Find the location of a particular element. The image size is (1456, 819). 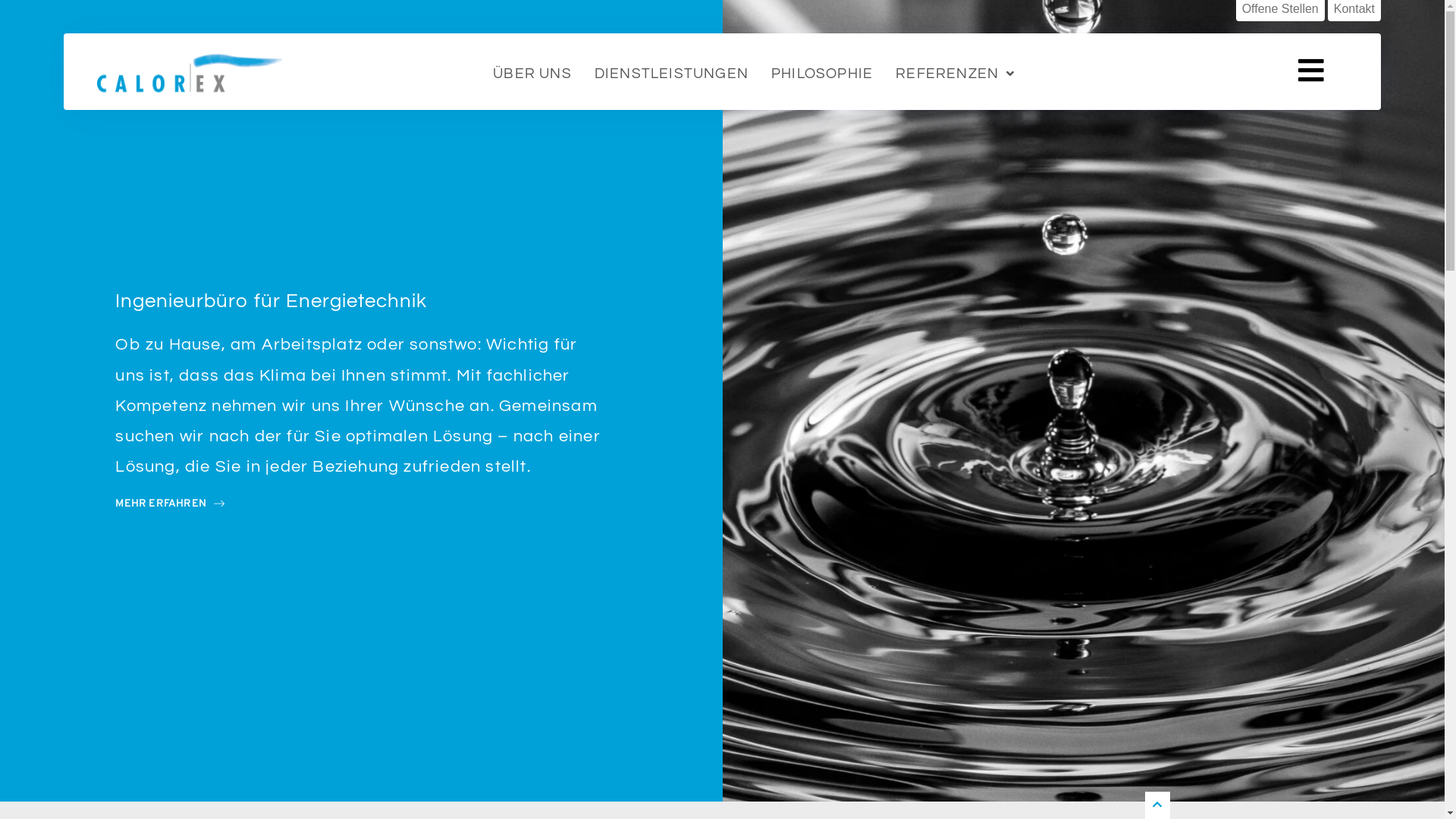

'ARROW-ICON-SIZE3 is located at coordinates (170, 504).